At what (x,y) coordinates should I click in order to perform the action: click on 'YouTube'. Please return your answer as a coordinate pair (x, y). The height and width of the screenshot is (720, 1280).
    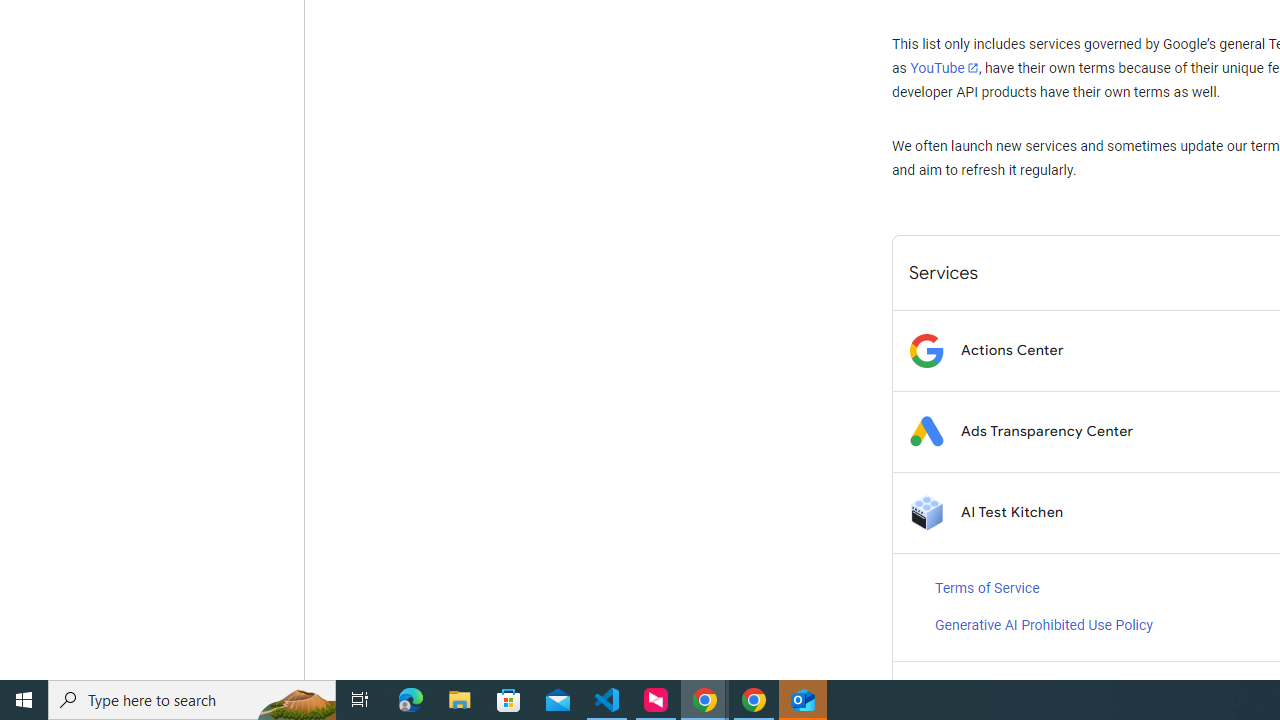
    Looking at the image, I should click on (943, 67).